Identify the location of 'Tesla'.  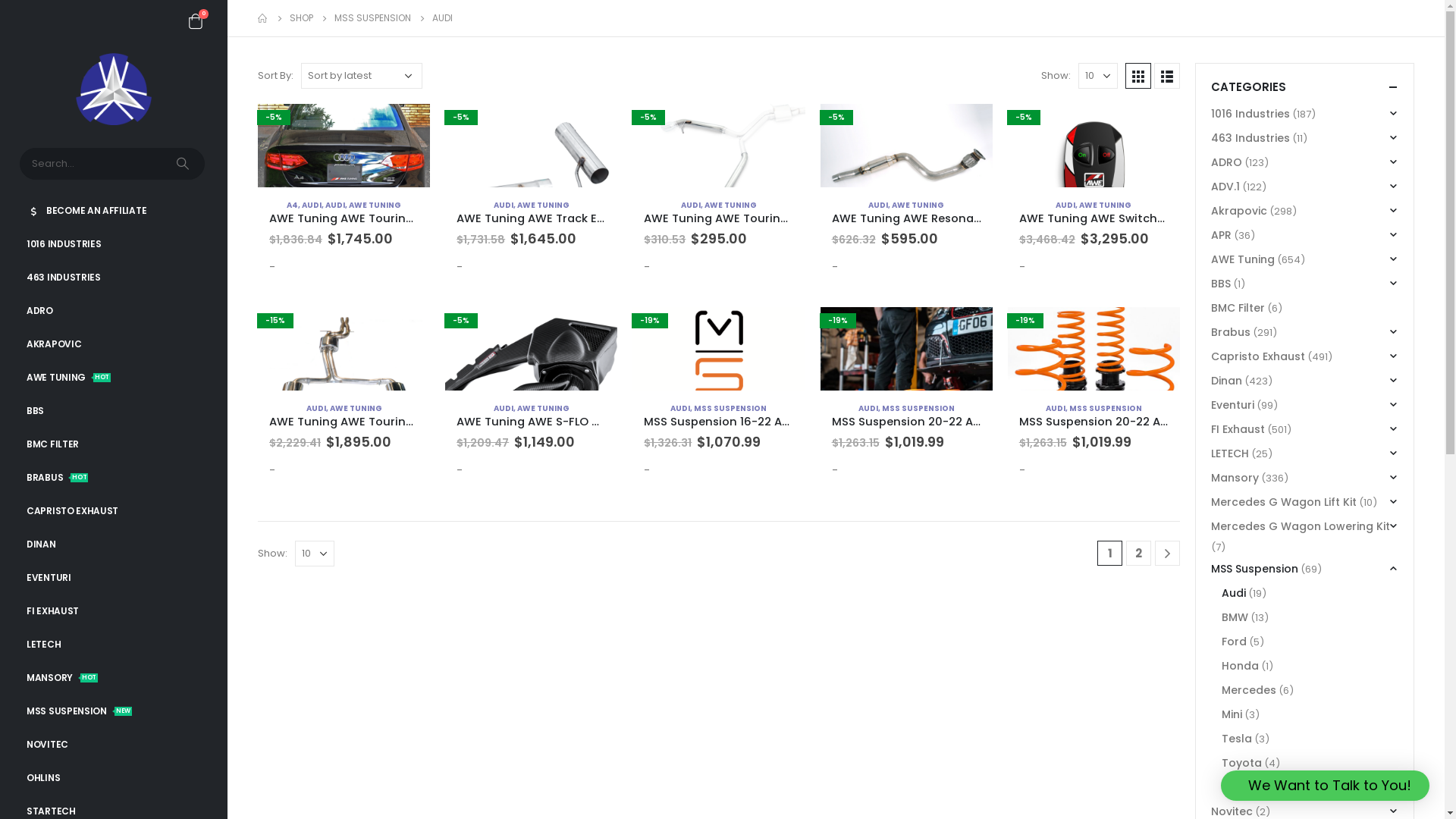
(1237, 738).